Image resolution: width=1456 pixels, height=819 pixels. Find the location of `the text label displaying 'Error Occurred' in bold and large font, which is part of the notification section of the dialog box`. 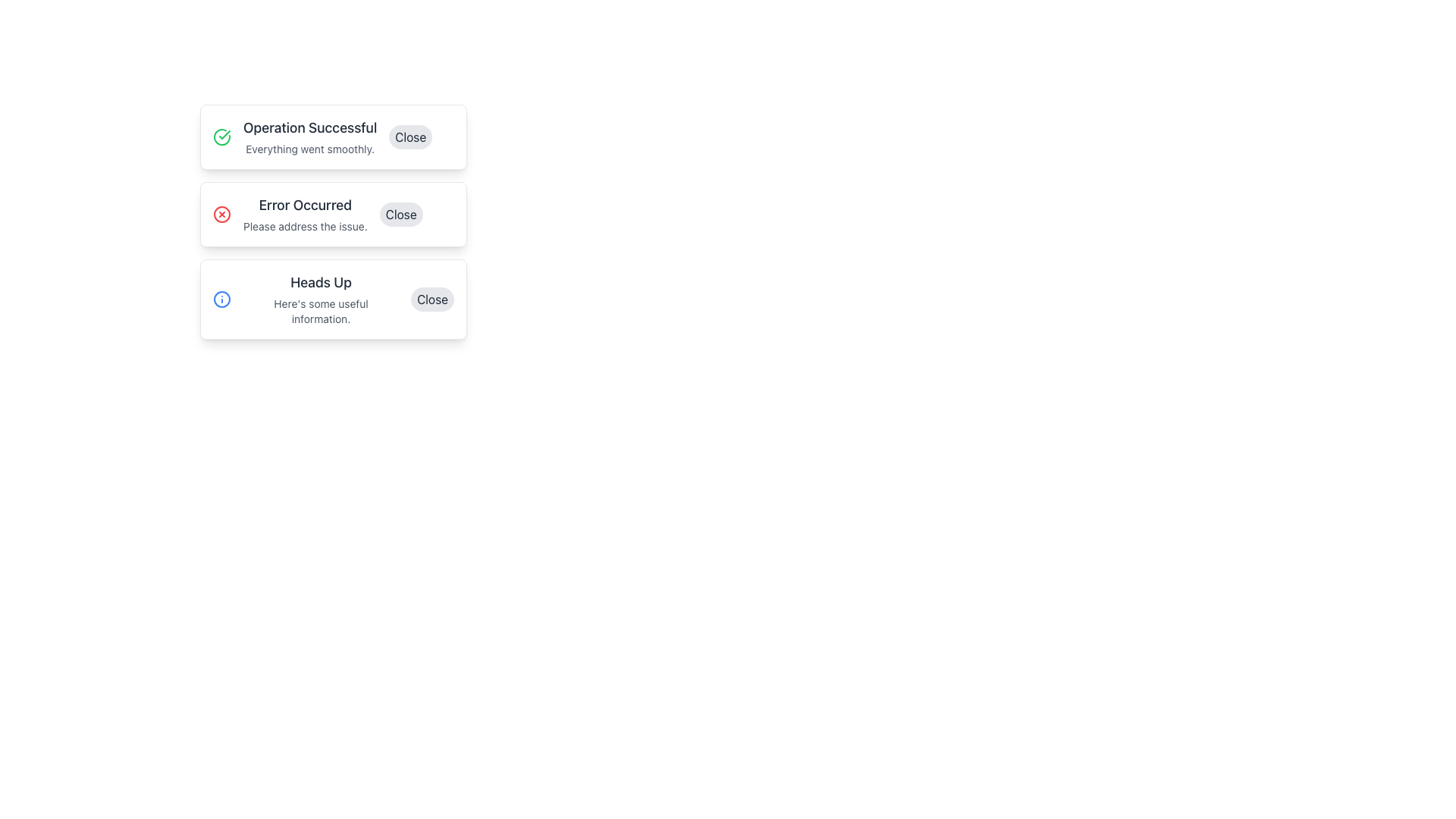

the text label displaying 'Error Occurred' in bold and large font, which is part of the notification section of the dialog box is located at coordinates (304, 205).